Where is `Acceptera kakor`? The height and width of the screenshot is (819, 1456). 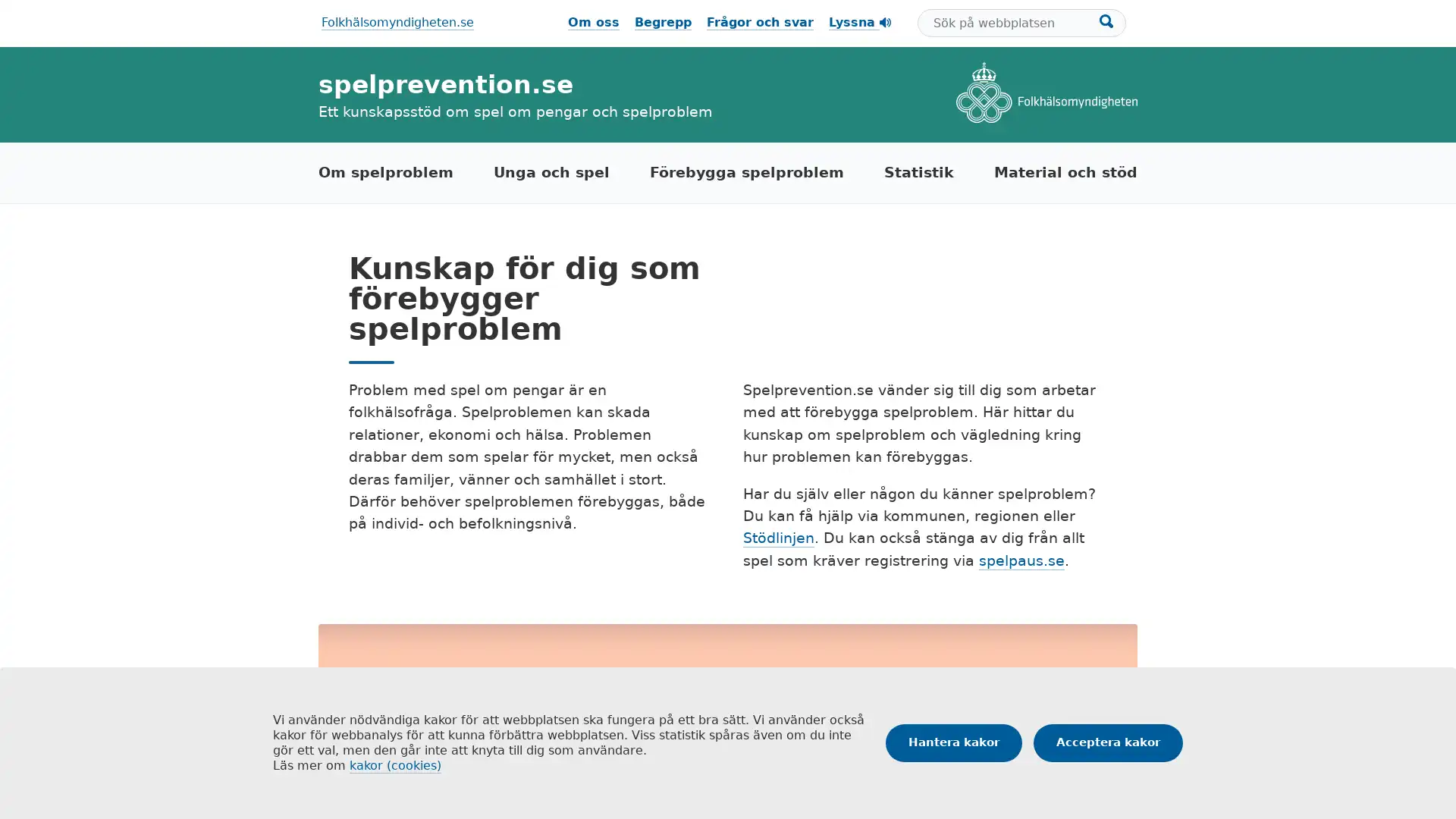 Acceptera kakor is located at coordinates (1108, 742).